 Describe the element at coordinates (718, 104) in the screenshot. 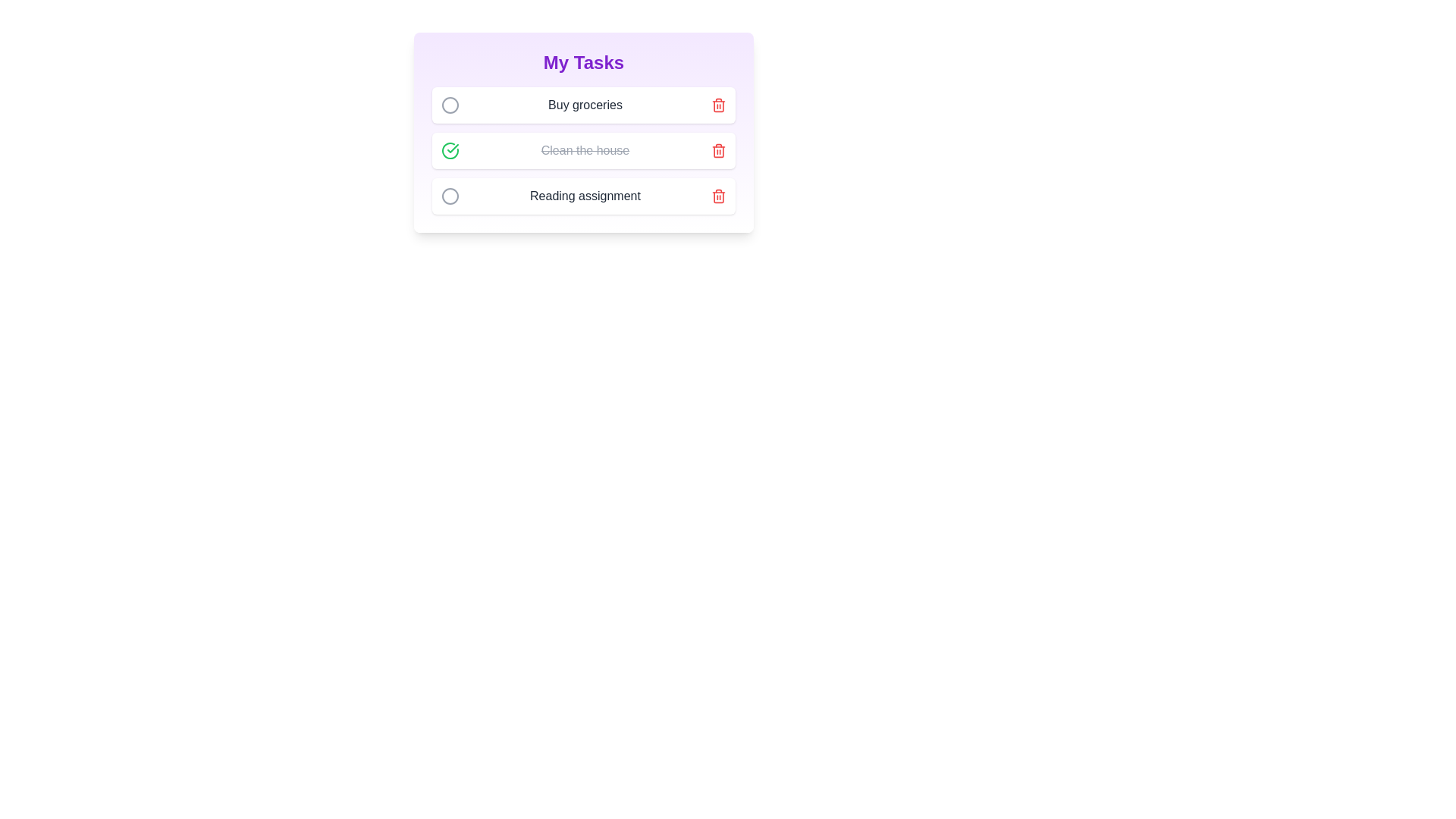

I see `the delete button for the task titled 'Buy groceries' to remove it from the list` at that location.